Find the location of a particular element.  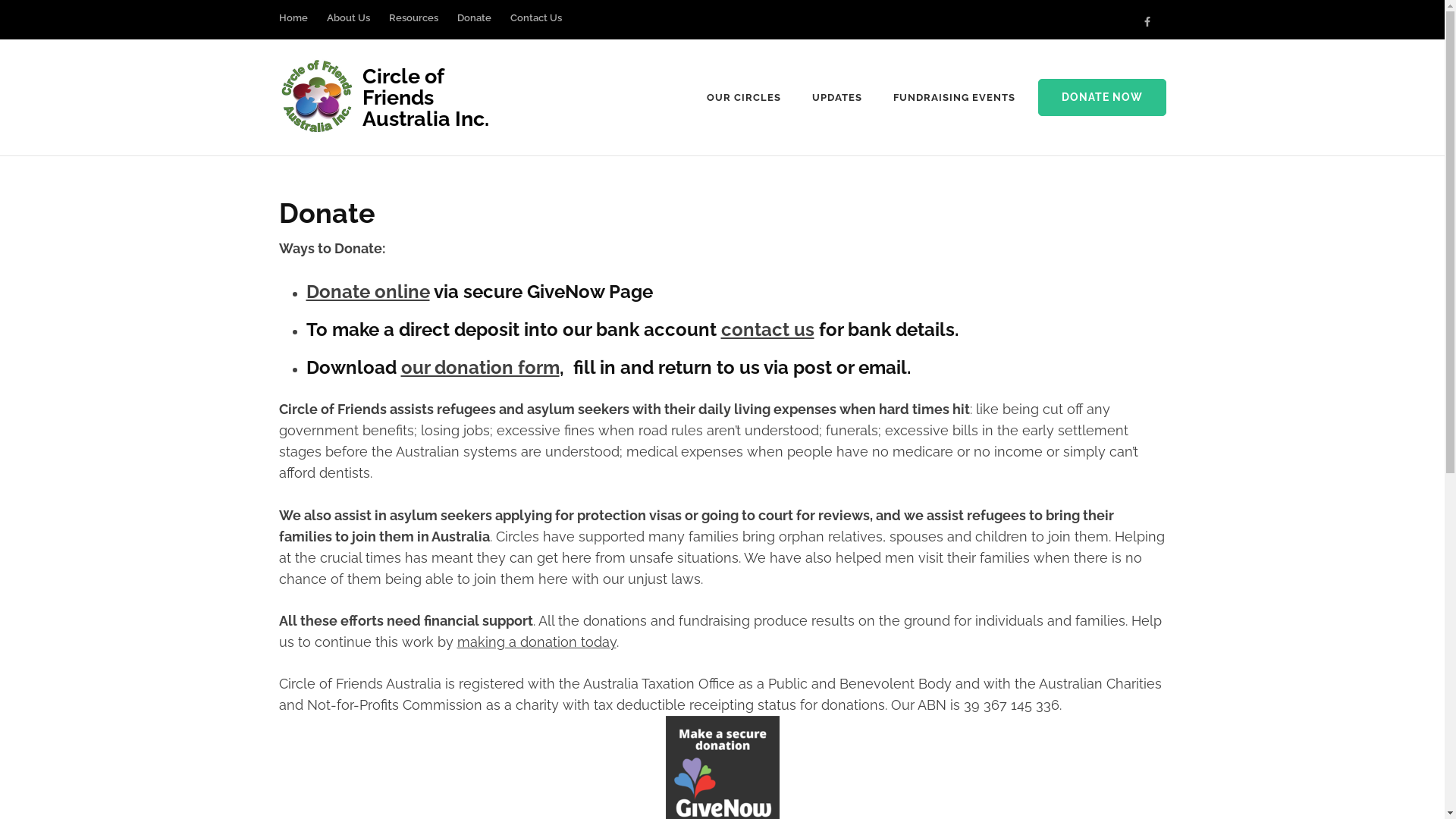

'Home' is located at coordinates (293, 25).